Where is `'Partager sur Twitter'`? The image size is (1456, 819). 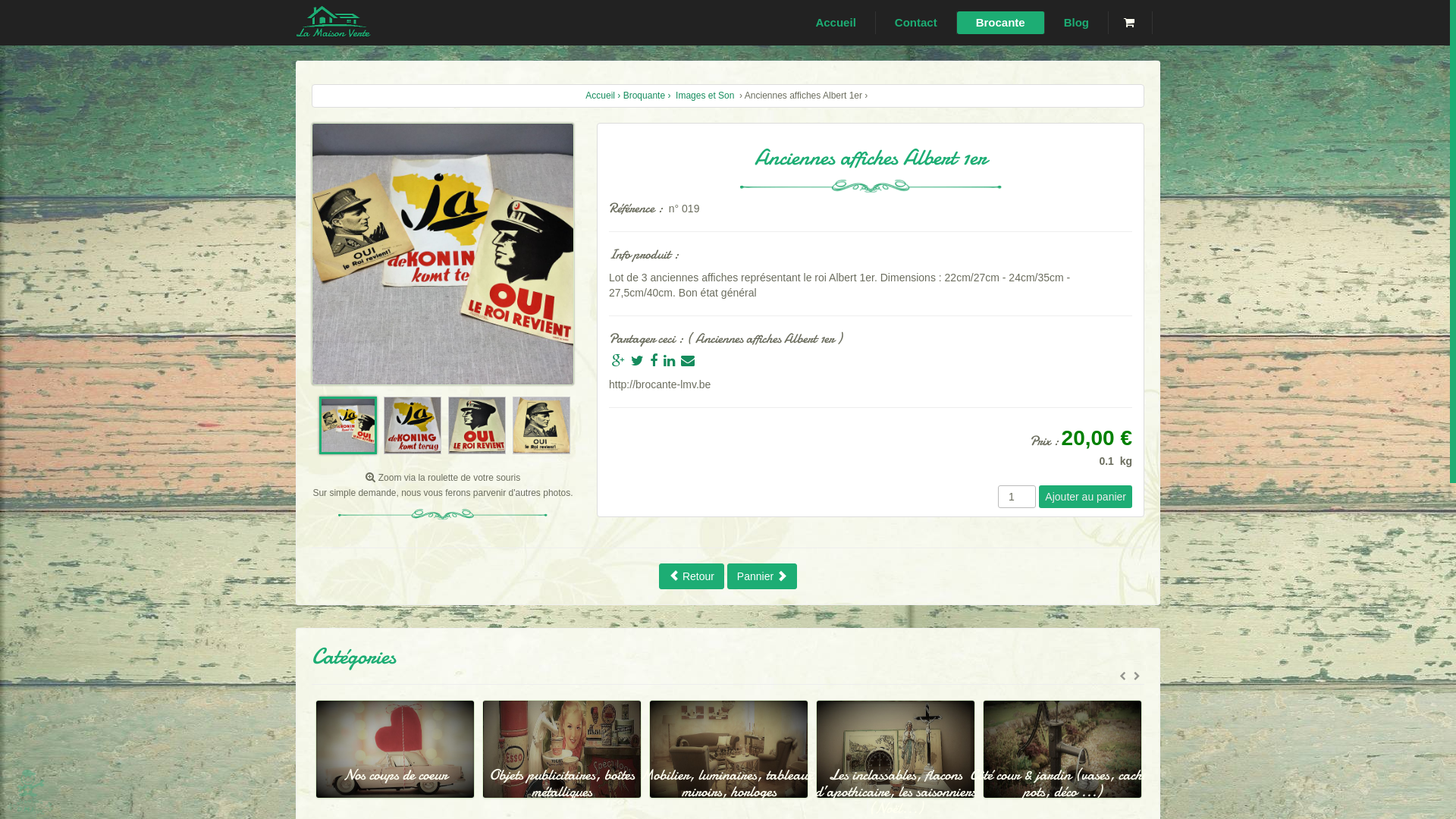
'Partager sur Twitter' is located at coordinates (637, 361).